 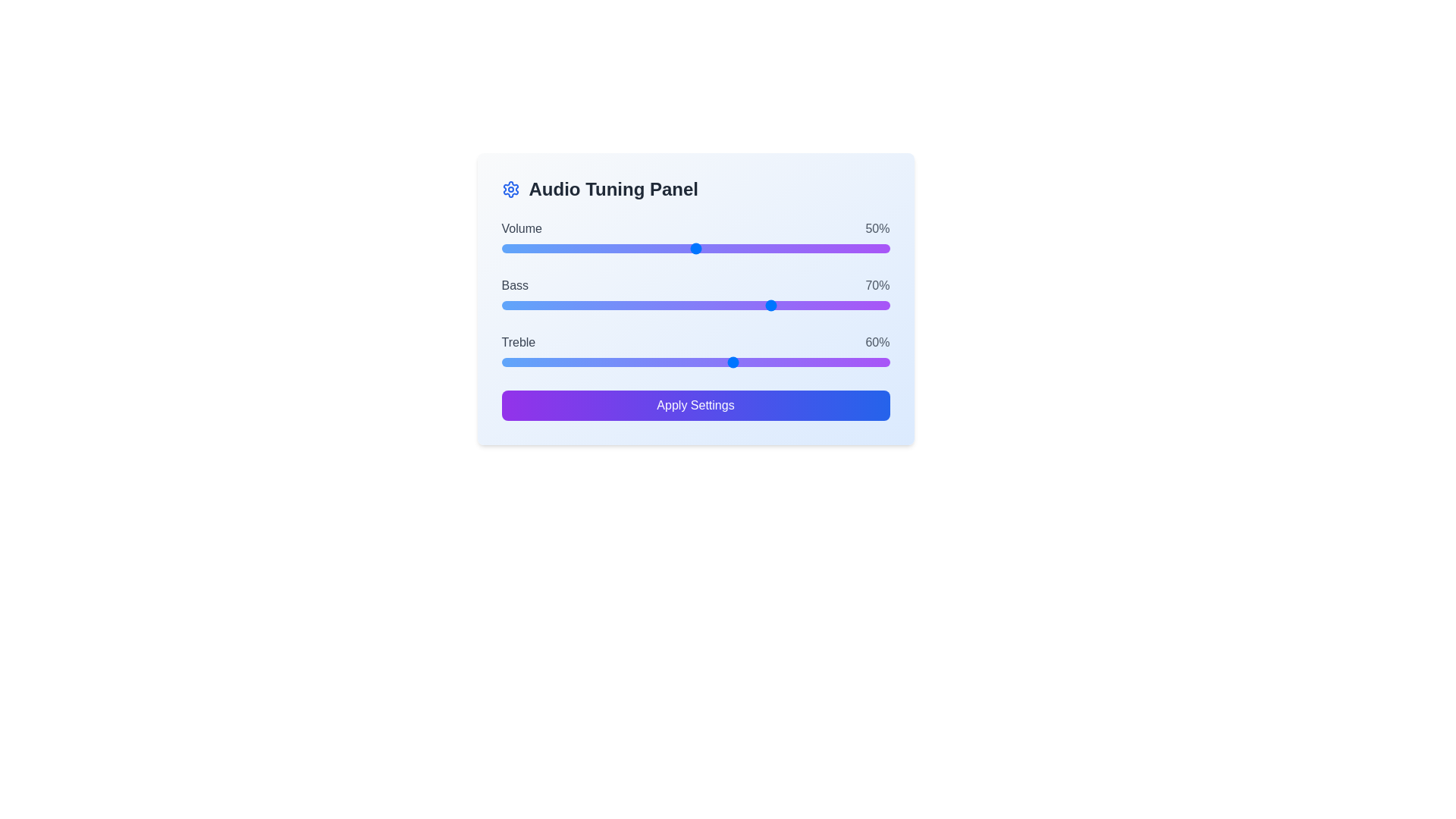 What do you see at coordinates (590, 305) in the screenshot?
I see `the bass level` at bounding box center [590, 305].